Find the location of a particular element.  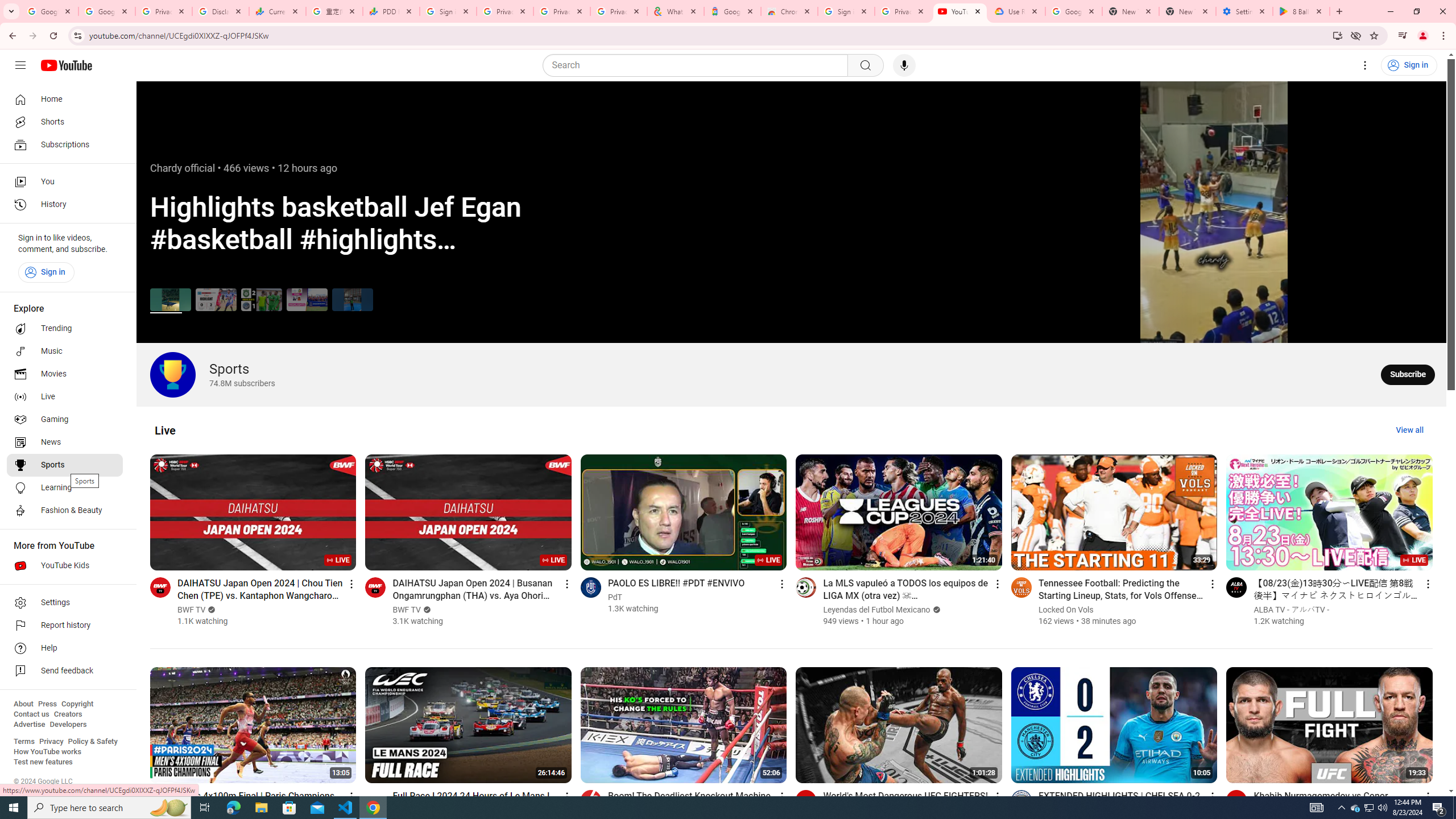

'History' is located at coordinates (64, 205).